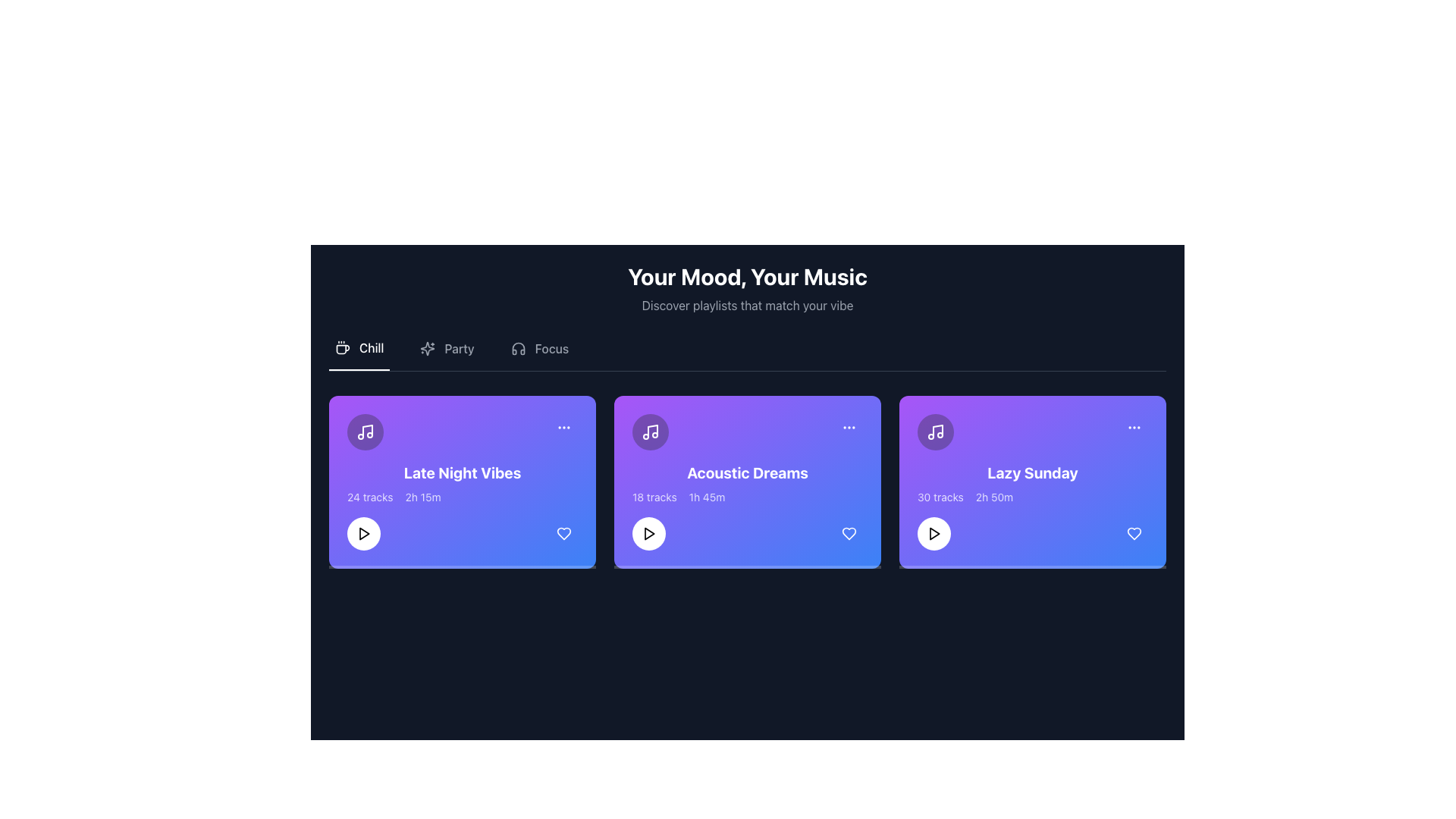 This screenshot has height=819, width=1456. What do you see at coordinates (848, 533) in the screenshot?
I see `the heart-shaped SVG icon located at the bottom-right corner of the 'Acoustic Dreams' card` at bounding box center [848, 533].